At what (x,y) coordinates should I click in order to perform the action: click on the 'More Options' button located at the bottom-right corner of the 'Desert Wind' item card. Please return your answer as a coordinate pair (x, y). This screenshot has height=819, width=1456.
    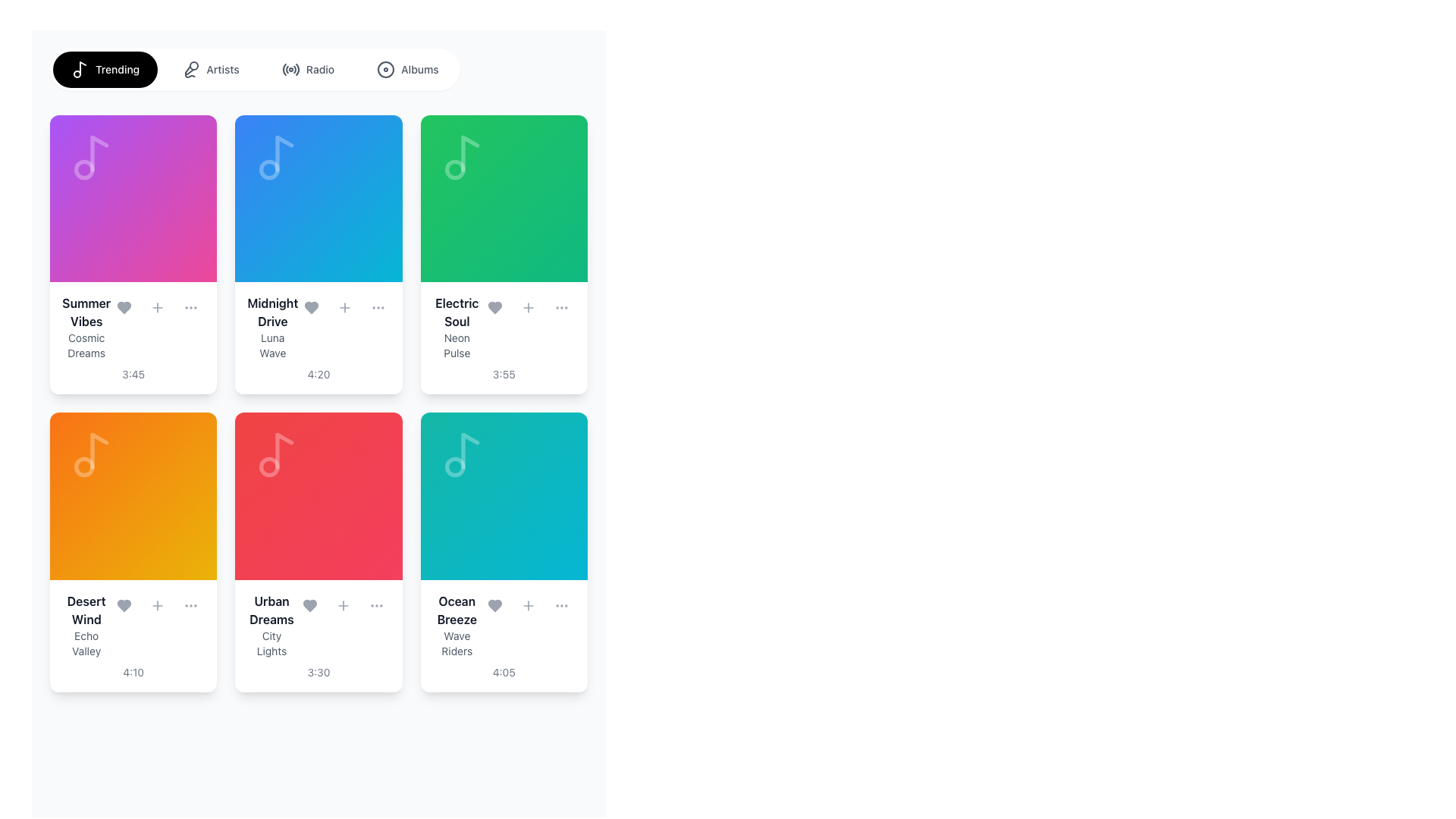
    Looking at the image, I should click on (190, 604).